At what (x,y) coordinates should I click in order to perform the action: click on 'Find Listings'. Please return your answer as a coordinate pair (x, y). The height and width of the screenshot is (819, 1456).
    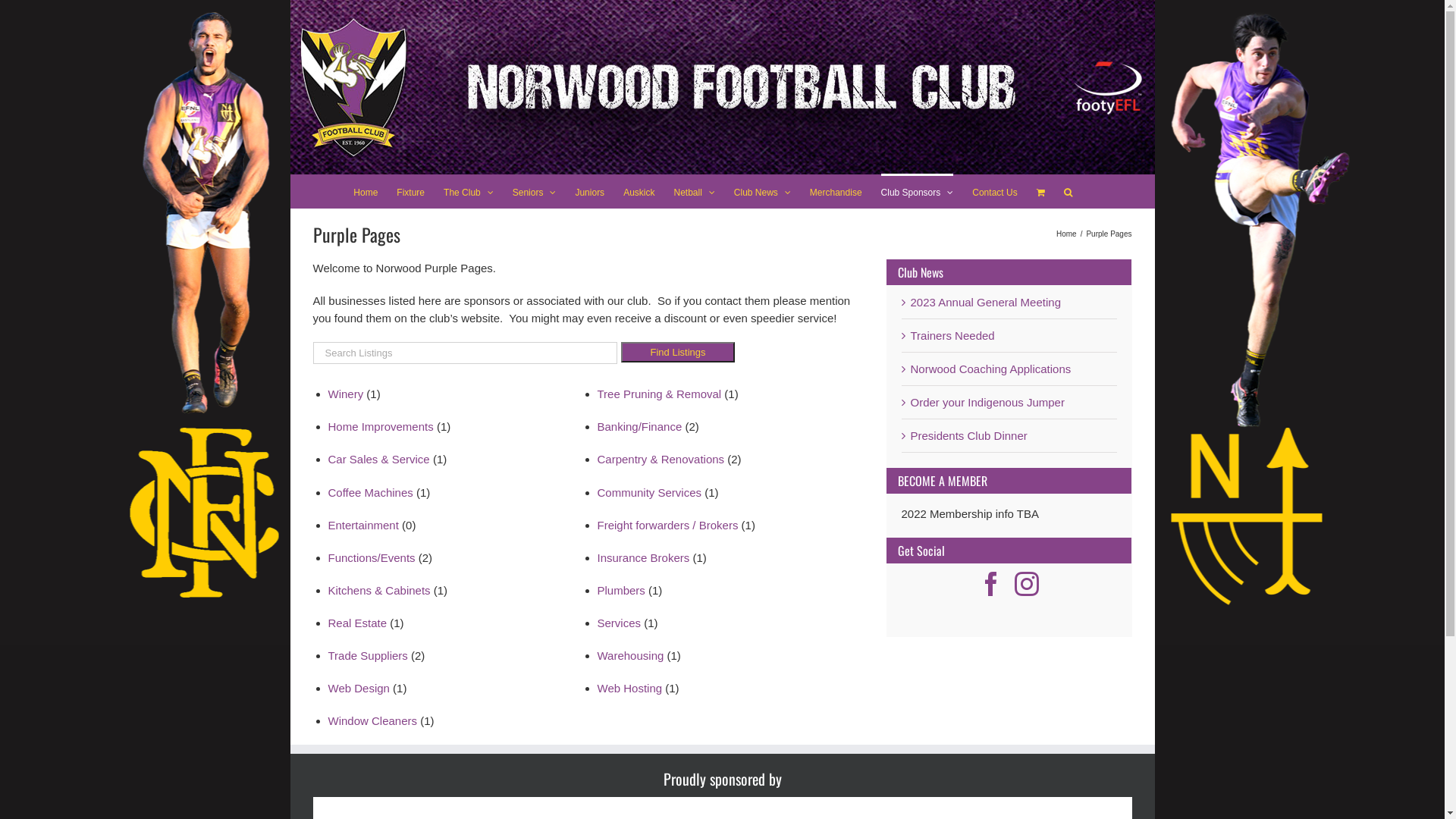
    Looking at the image, I should click on (676, 352).